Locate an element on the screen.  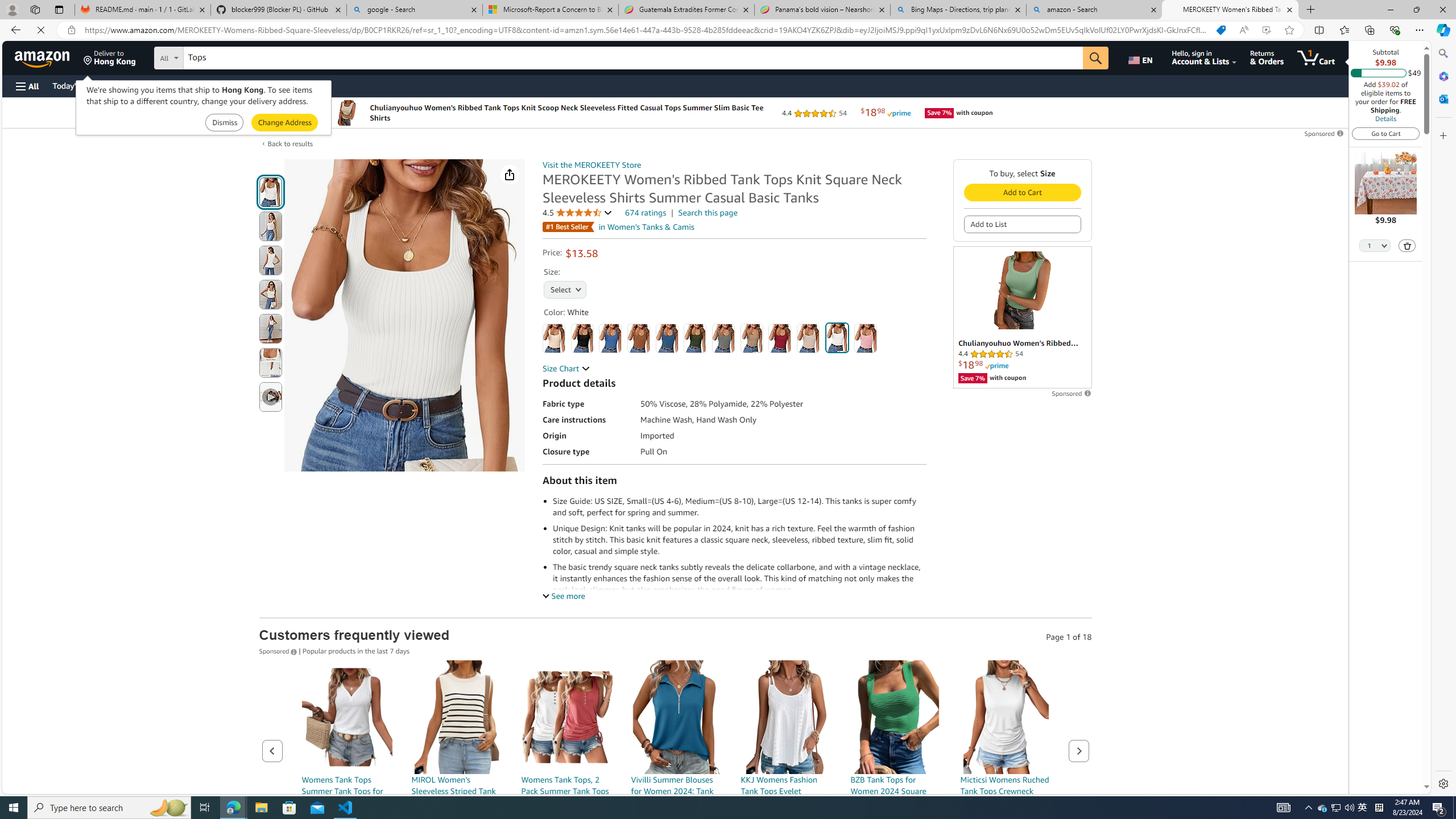
'Visit the MEROKEETY Store' is located at coordinates (591, 165).